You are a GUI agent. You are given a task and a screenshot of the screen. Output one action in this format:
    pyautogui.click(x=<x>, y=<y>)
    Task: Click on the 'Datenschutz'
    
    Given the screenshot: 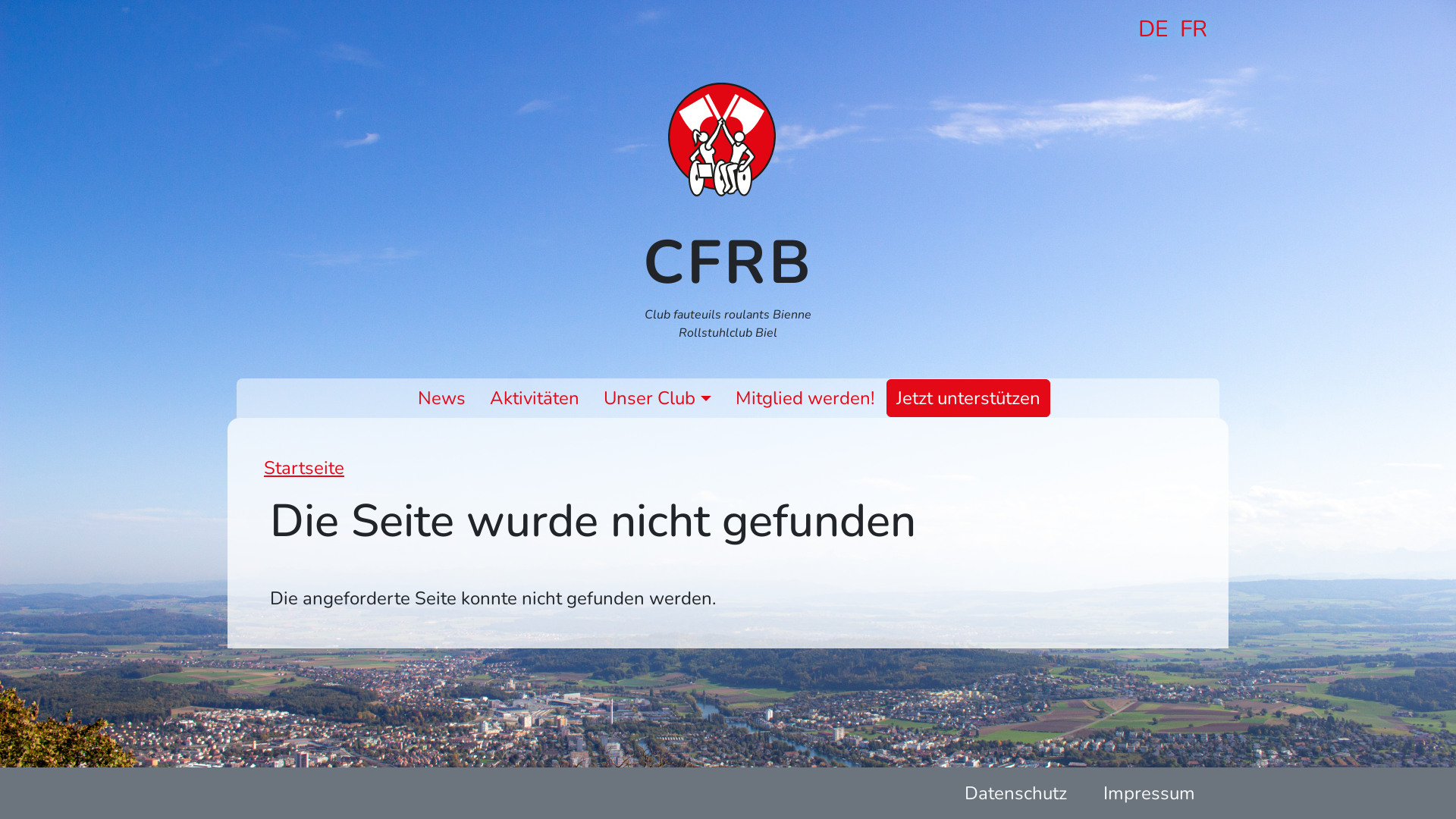 What is the action you would take?
    pyautogui.click(x=1015, y=792)
    